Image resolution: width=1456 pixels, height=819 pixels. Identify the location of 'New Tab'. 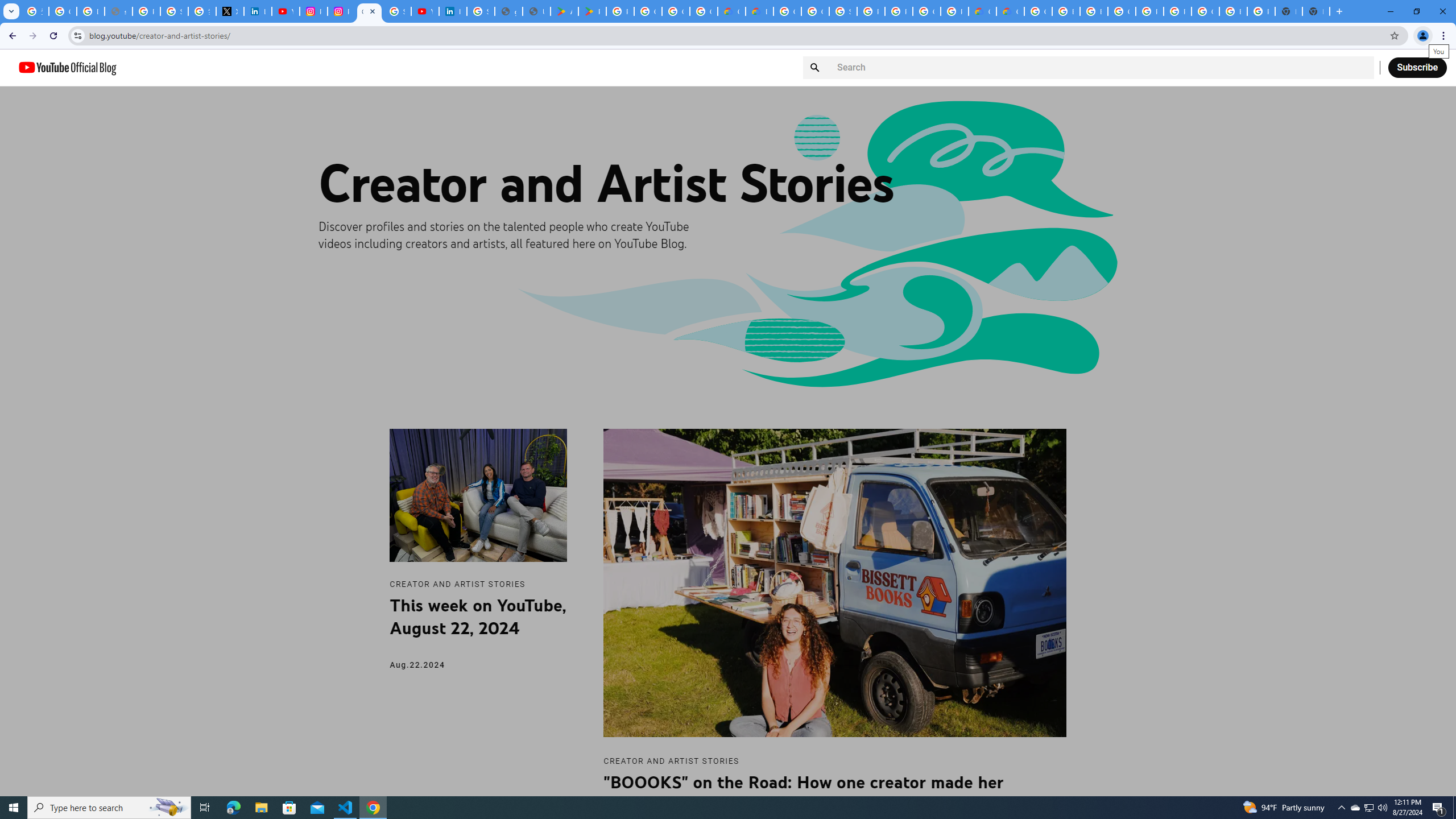
(1316, 11).